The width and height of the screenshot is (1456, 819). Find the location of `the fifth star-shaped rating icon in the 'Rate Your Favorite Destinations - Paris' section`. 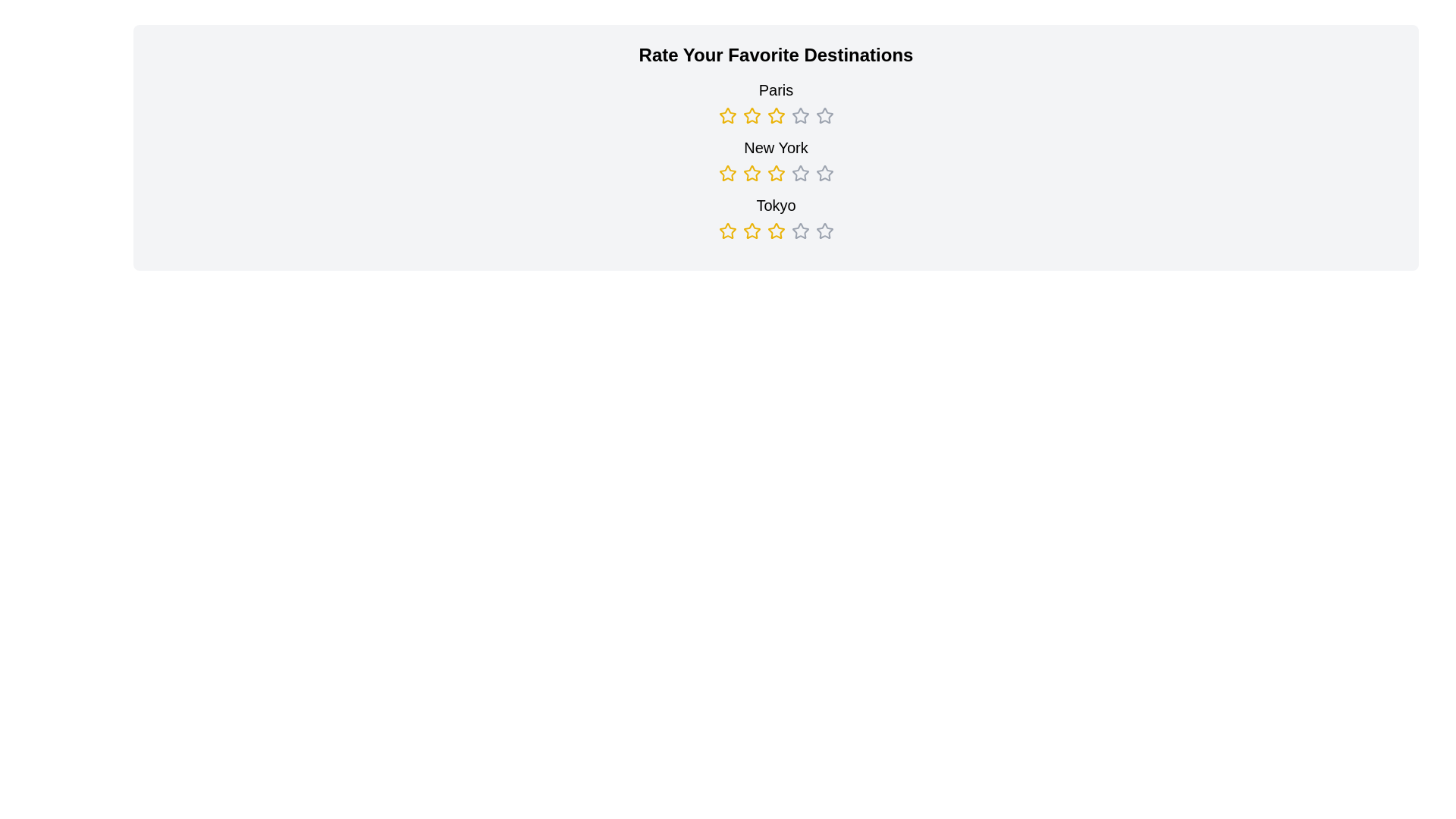

the fifth star-shaped rating icon in the 'Rate Your Favorite Destinations - Paris' section is located at coordinates (824, 115).